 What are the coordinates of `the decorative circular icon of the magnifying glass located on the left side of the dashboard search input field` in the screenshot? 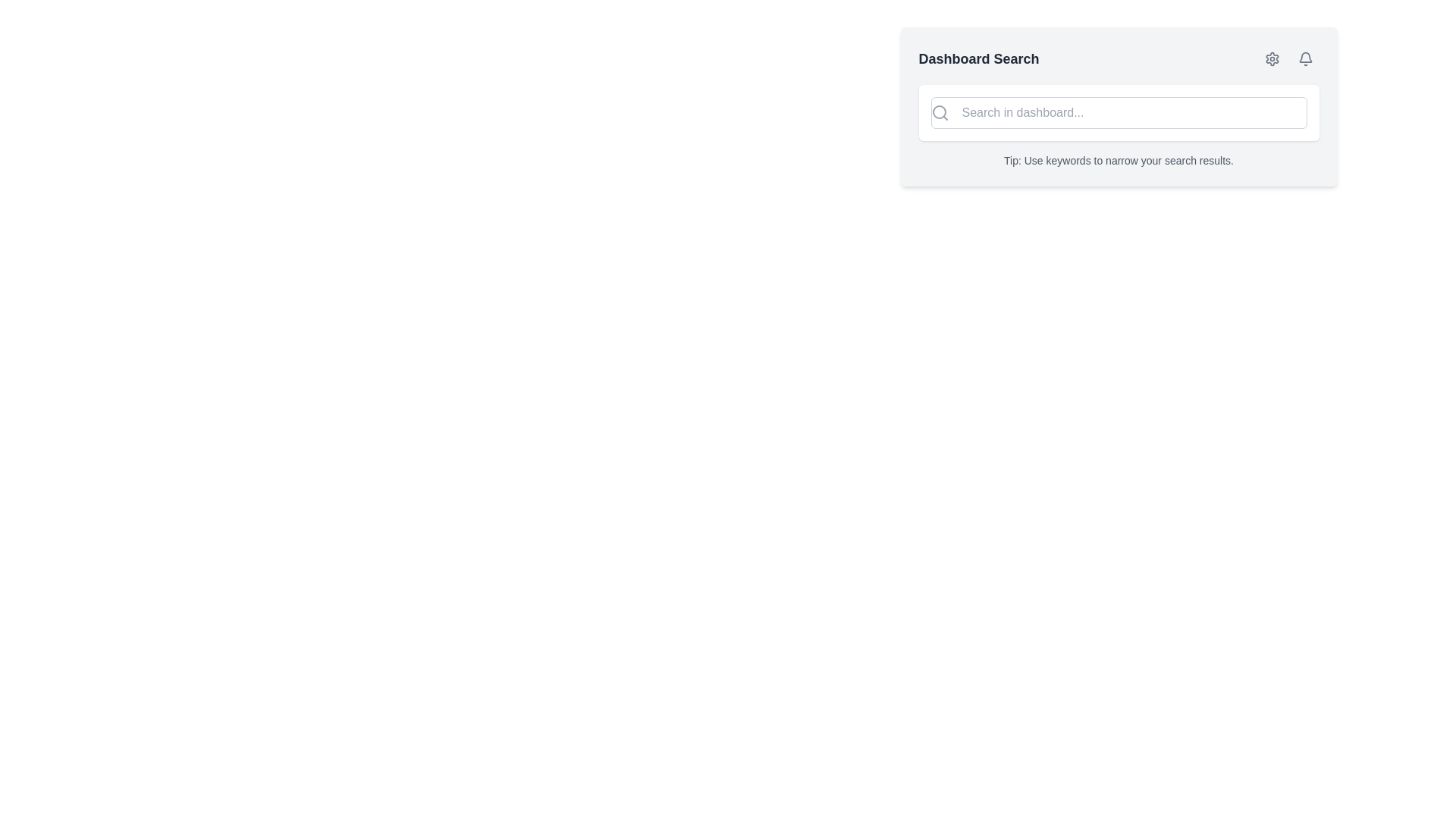 It's located at (938, 111).